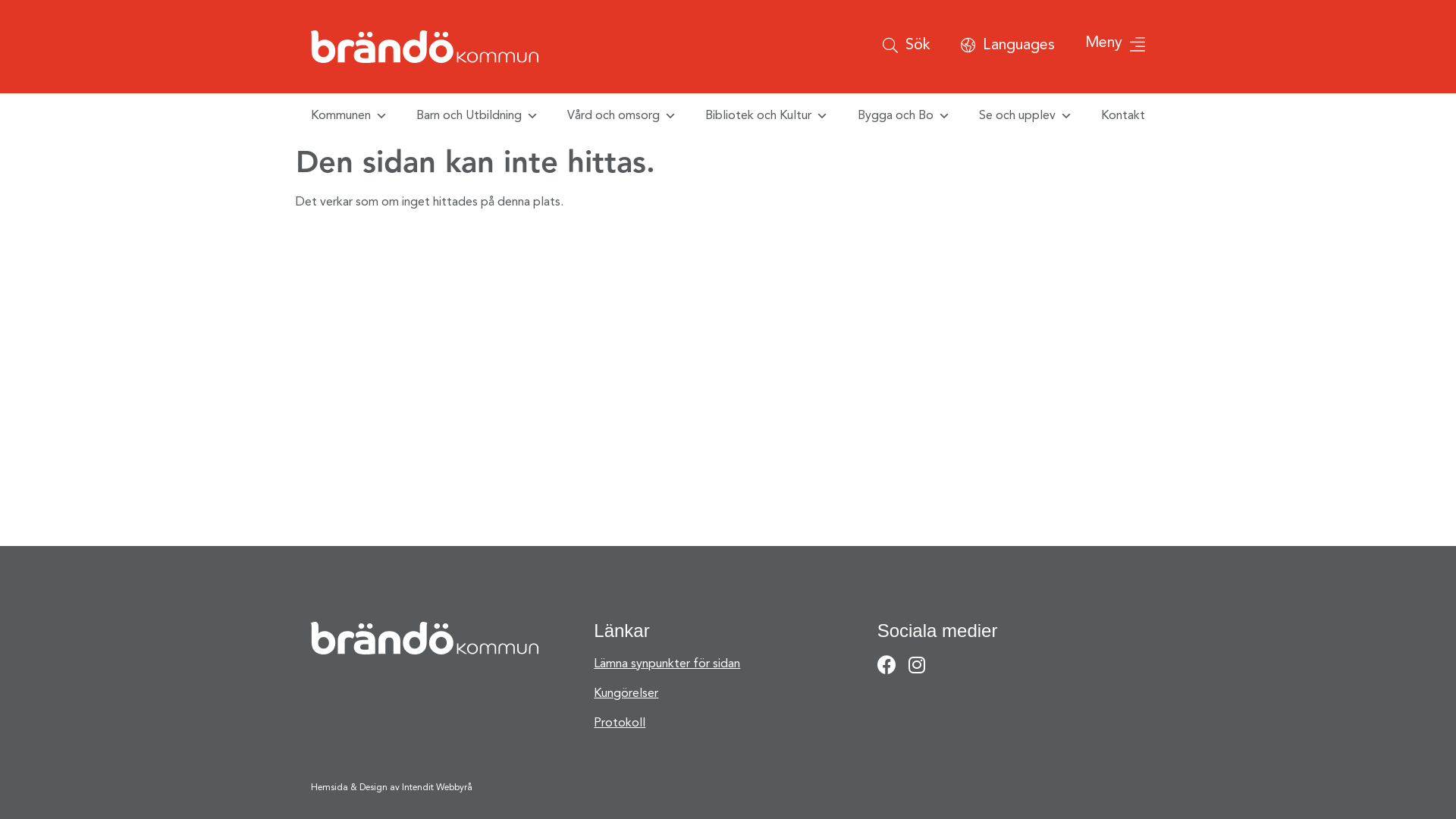 Image resolution: width=1456 pixels, height=819 pixels. What do you see at coordinates (1115, 45) in the screenshot?
I see `'Meny'` at bounding box center [1115, 45].